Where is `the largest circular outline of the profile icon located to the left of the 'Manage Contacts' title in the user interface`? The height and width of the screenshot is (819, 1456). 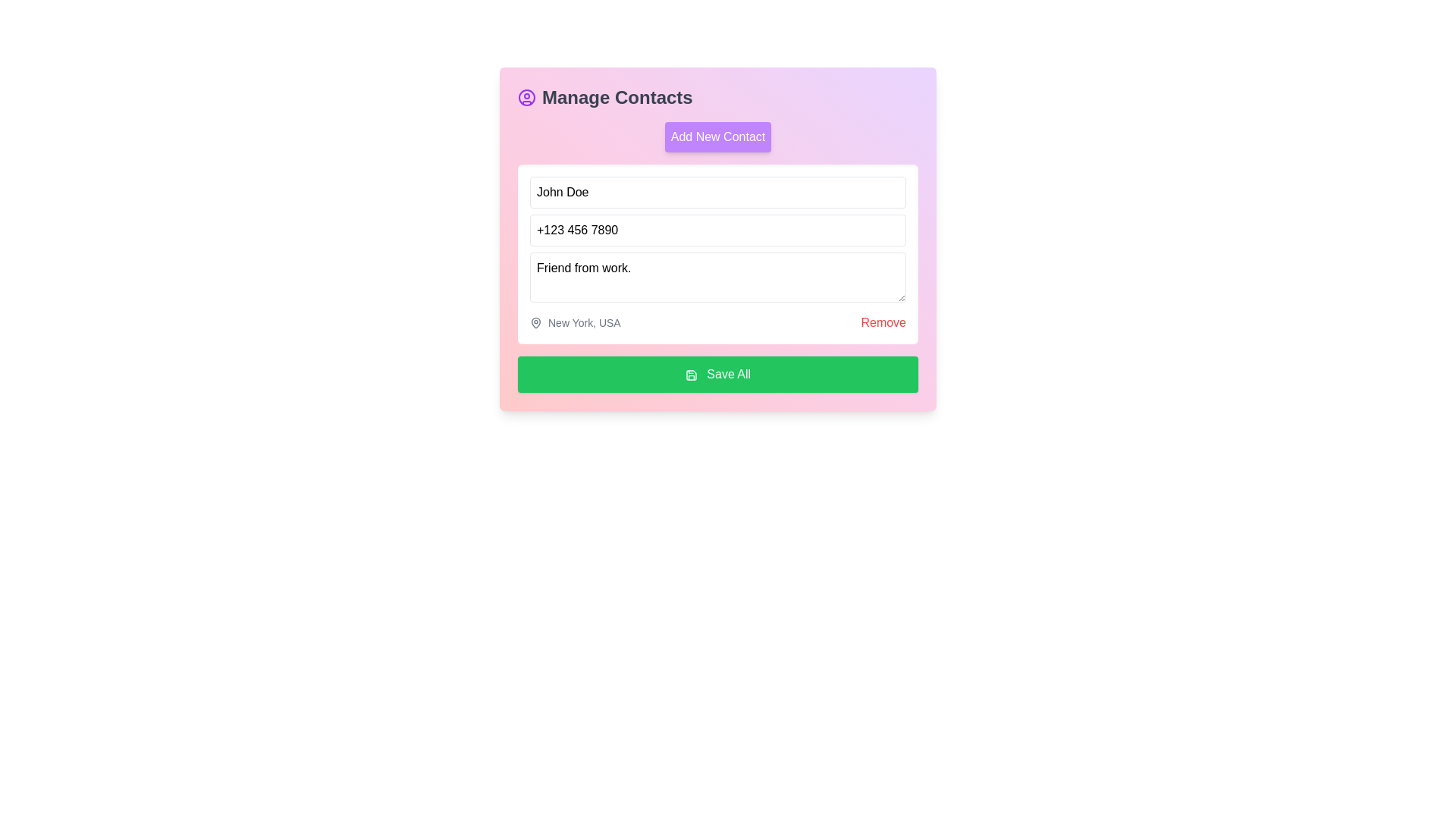 the largest circular outline of the profile icon located to the left of the 'Manage Contacts' title in the user interface is located at coordinates (527, 97).